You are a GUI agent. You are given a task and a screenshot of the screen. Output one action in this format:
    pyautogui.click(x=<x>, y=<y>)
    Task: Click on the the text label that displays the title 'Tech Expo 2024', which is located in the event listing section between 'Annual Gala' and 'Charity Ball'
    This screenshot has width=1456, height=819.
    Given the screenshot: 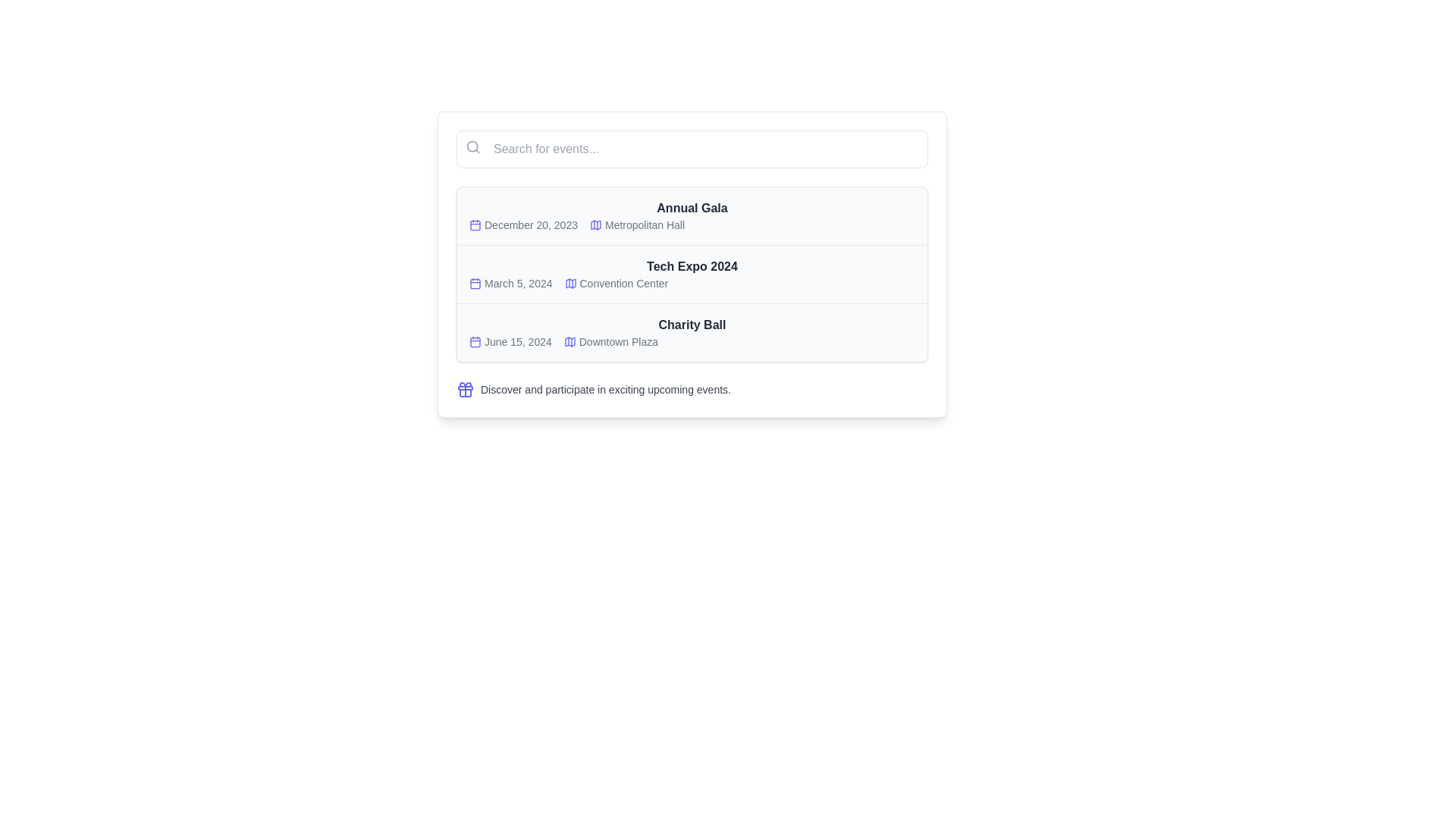 What is the action you would take?
    pyautogui.click(x=691, y=265)
    